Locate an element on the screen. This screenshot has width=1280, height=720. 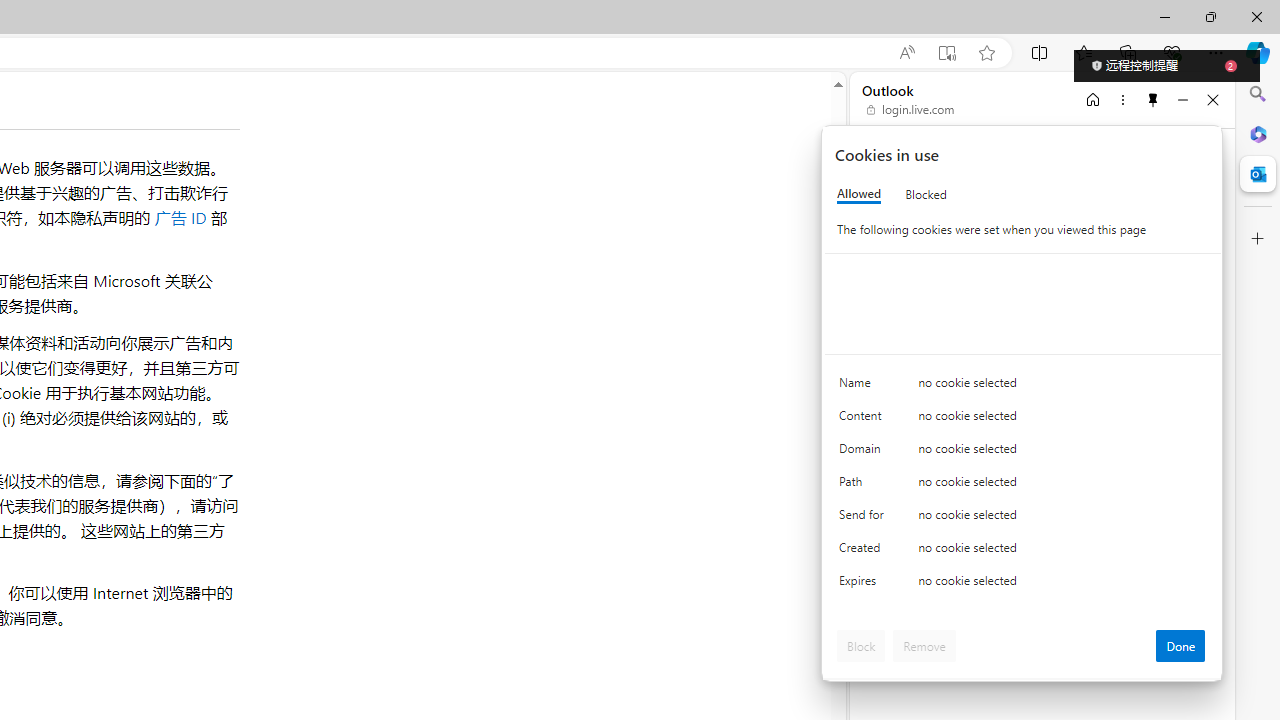
'Remove' is located at coordinates (923, 645).